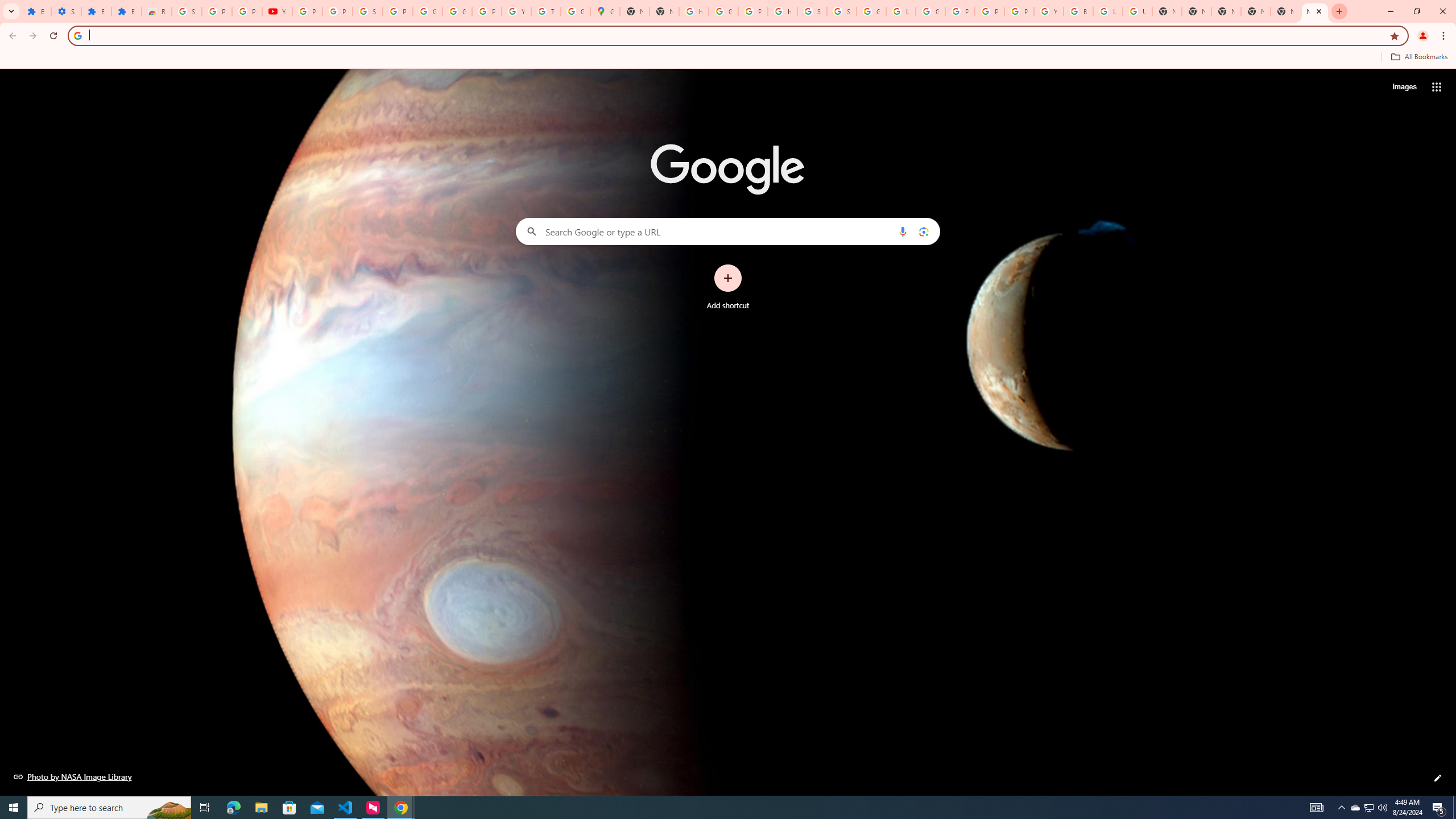 This screenshot has height=819, width=1456. What do you see at coordinates (276, 11) in the screenshot?
I see `'YouTube'` at bounding box center [276, 11].